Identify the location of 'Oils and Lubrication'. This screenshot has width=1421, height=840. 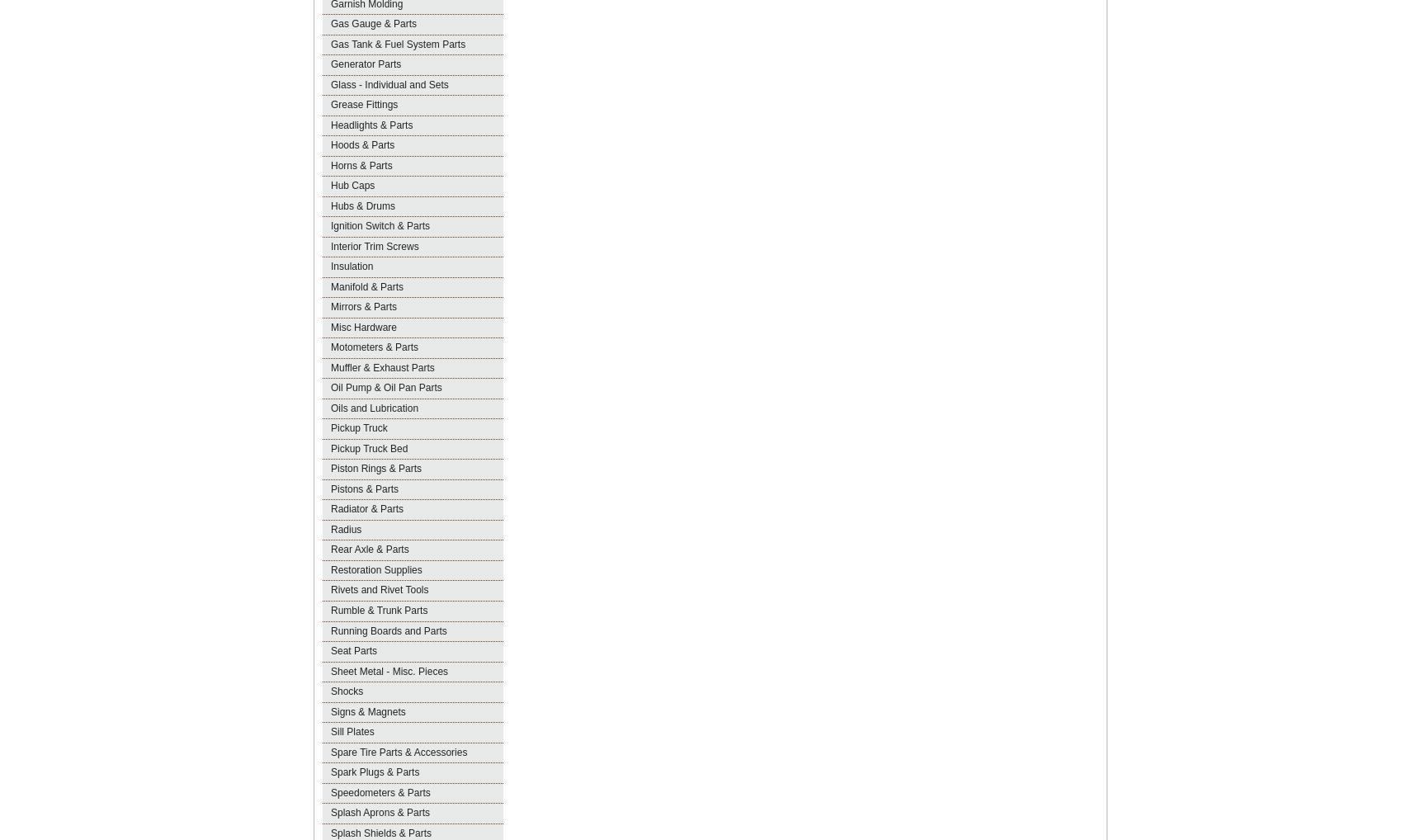
(373, 408).